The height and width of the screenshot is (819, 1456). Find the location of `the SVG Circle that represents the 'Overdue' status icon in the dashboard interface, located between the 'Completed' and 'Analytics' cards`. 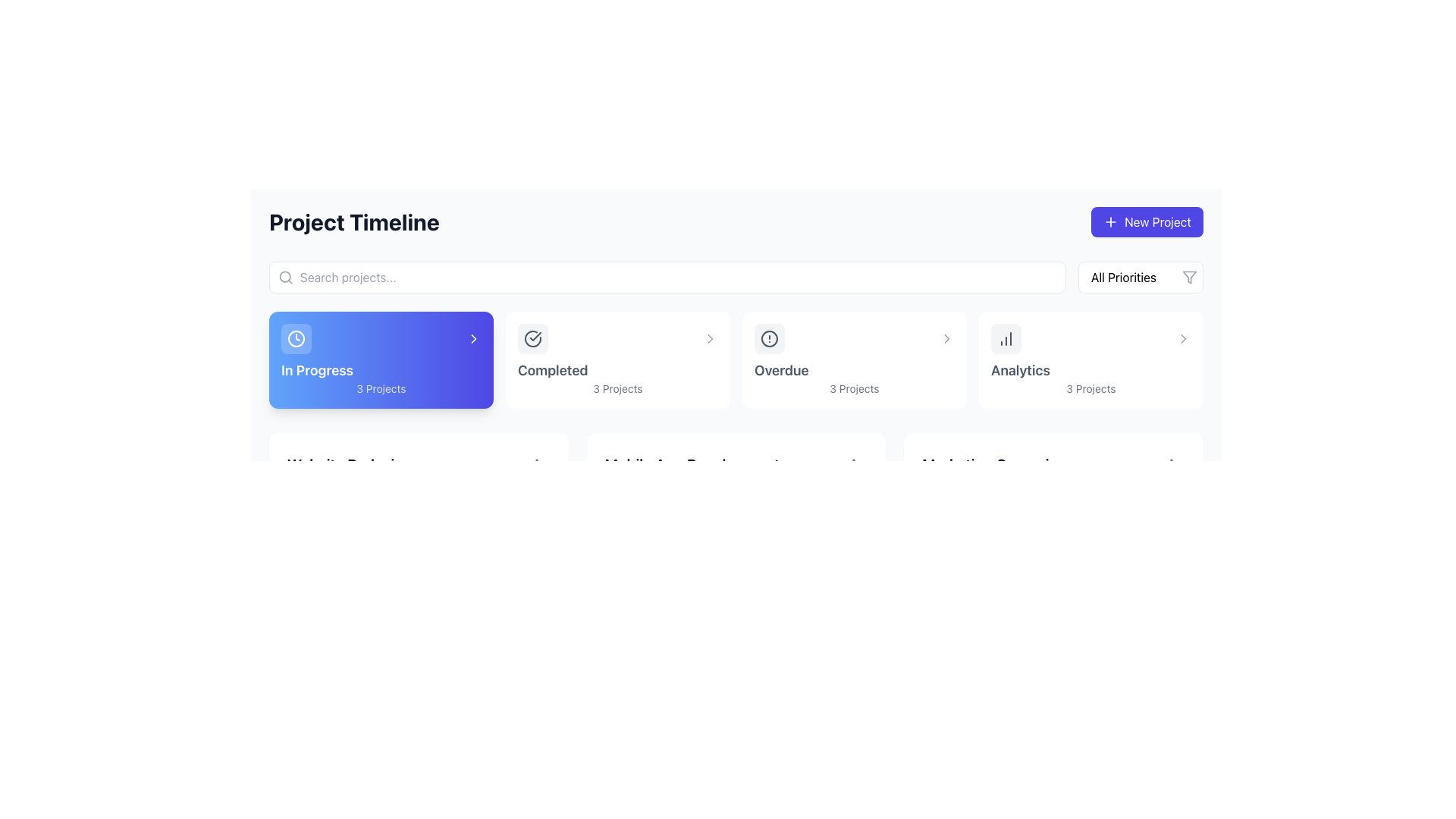

the SVG Circle that represents the 'Overdue' status icon in the dashboard interface, located between the 'Completed' and 'Analytics' cards is located at coordinates (769, 338).